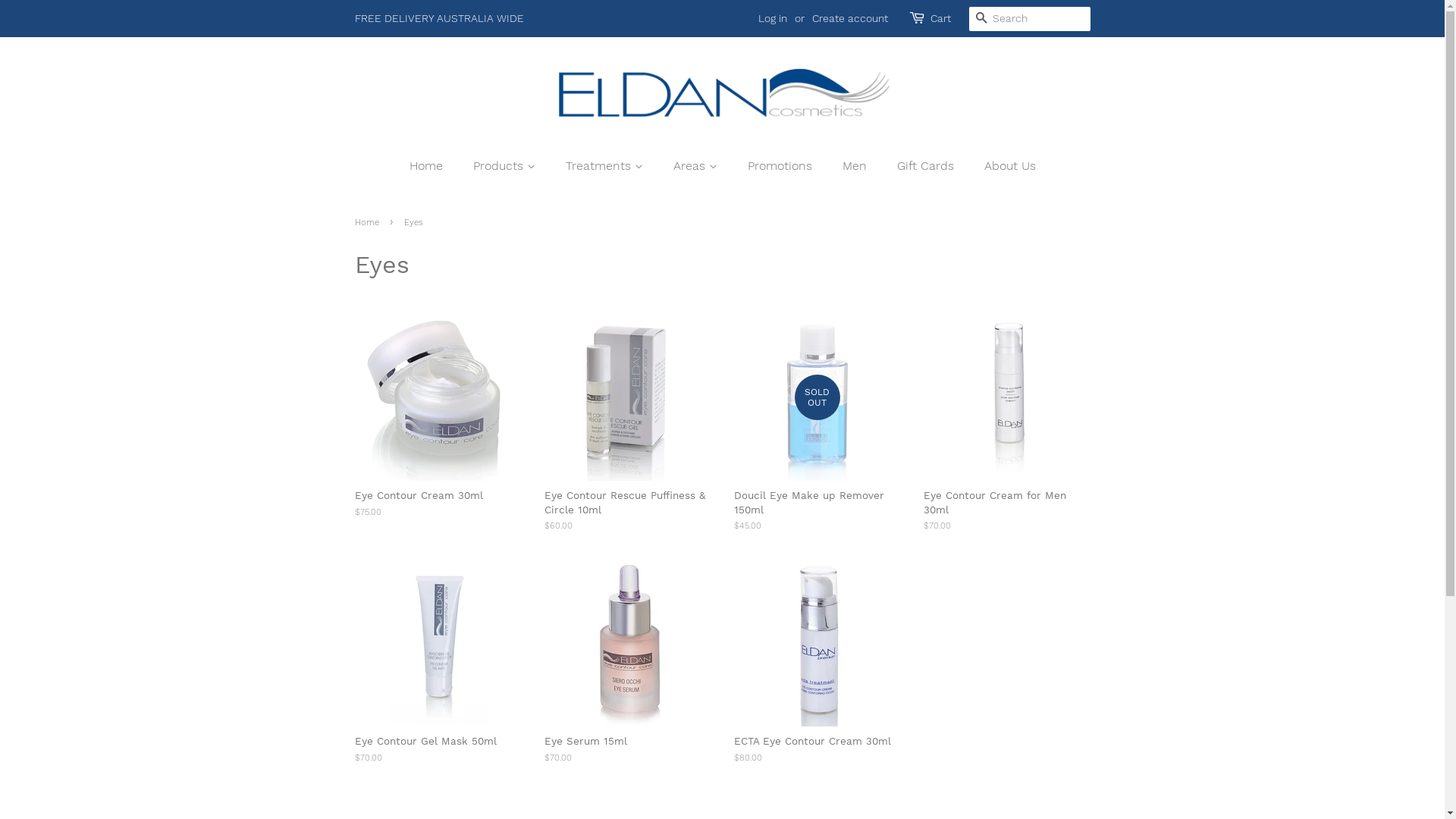  What do you see at coordinates (856, 165) in the screenshot?
I see `'Men'` at bounding box center [856, 165].